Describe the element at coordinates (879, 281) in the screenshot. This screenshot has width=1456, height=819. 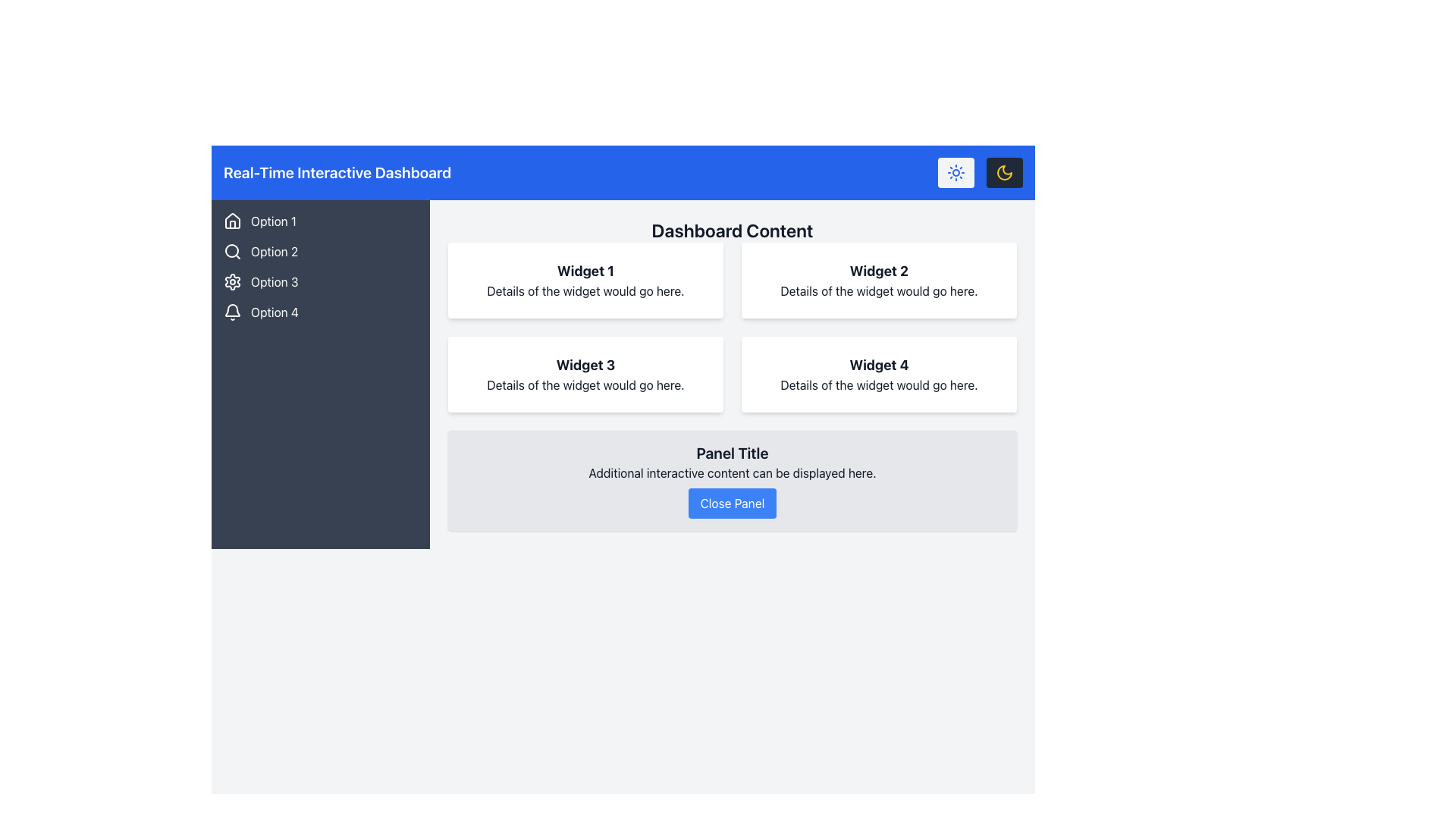
I see `the informational card located in the top-right section of the dashboard, specifically the second card in a two-by-two layout next to 'Widget 1'` at that location.